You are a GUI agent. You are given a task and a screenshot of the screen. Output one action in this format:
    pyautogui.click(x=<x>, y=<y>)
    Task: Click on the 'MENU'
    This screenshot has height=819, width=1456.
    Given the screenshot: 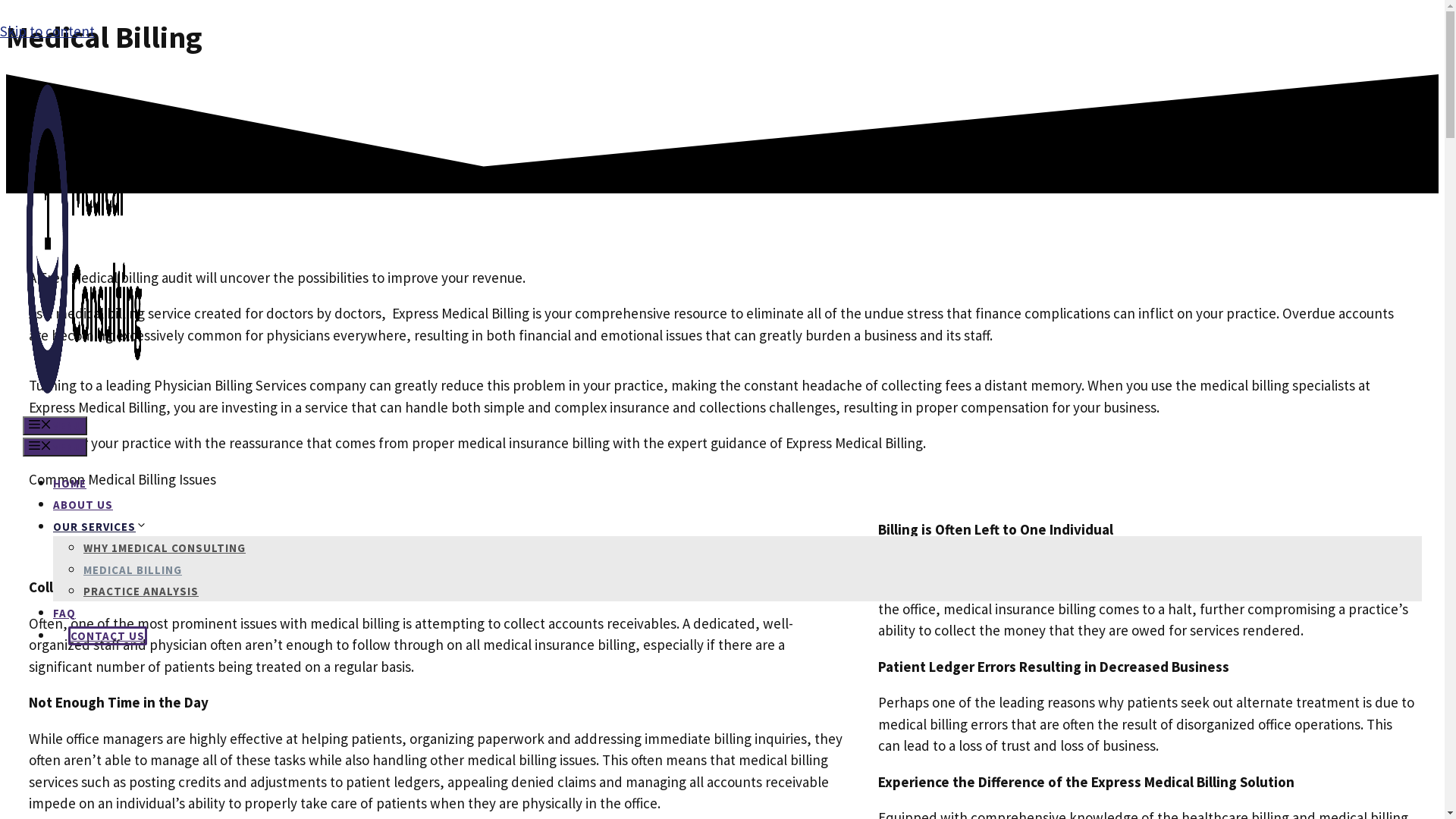 What is the action you would take?
    pyautogui.click(x=22, y=446)
    